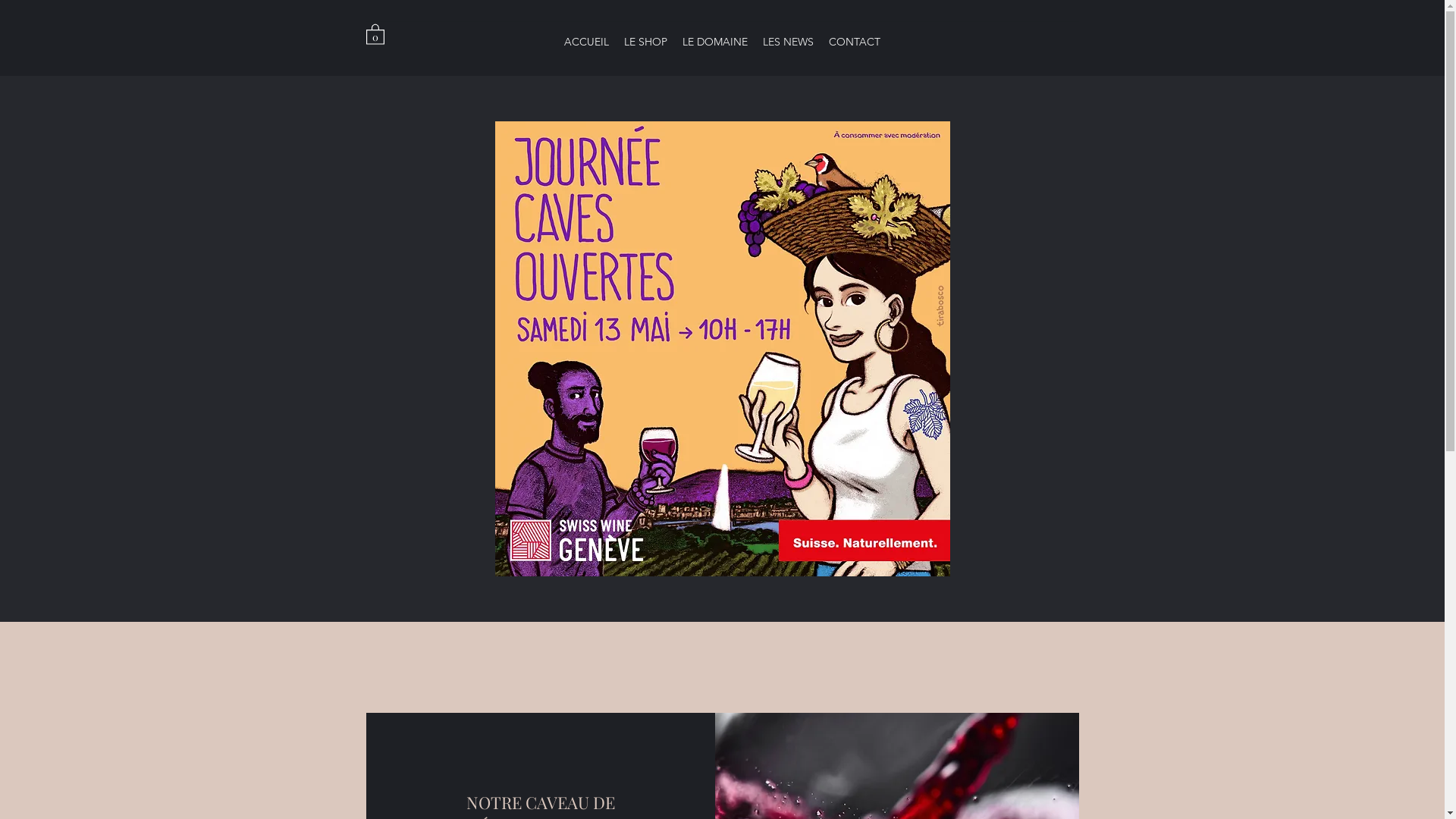 The width and height of the screenshot is (1456, 819). I want to click on '0', so click(375, 33).